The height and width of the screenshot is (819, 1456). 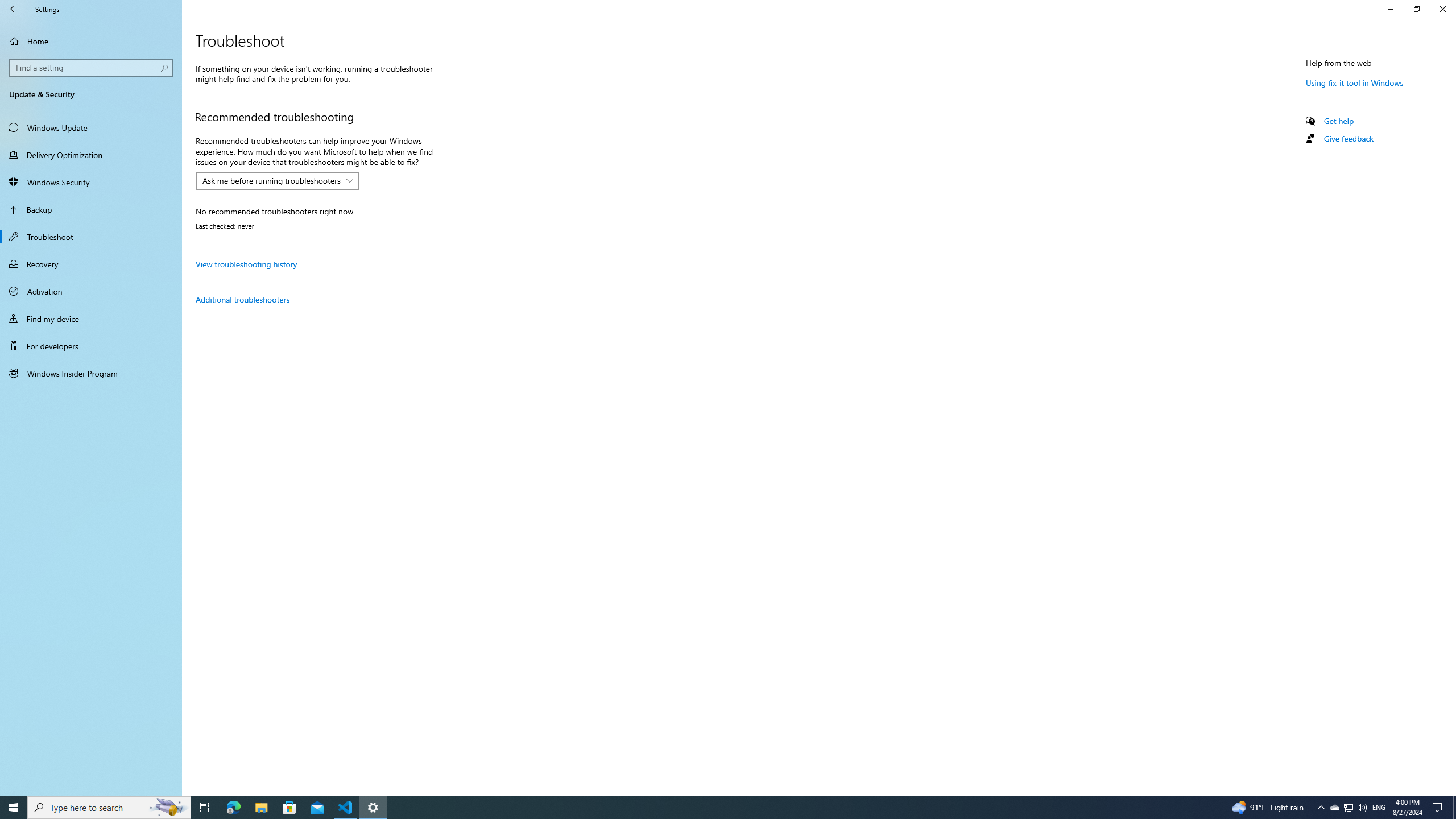 I want to click on 'Get help', so click(x=1338, y=120).